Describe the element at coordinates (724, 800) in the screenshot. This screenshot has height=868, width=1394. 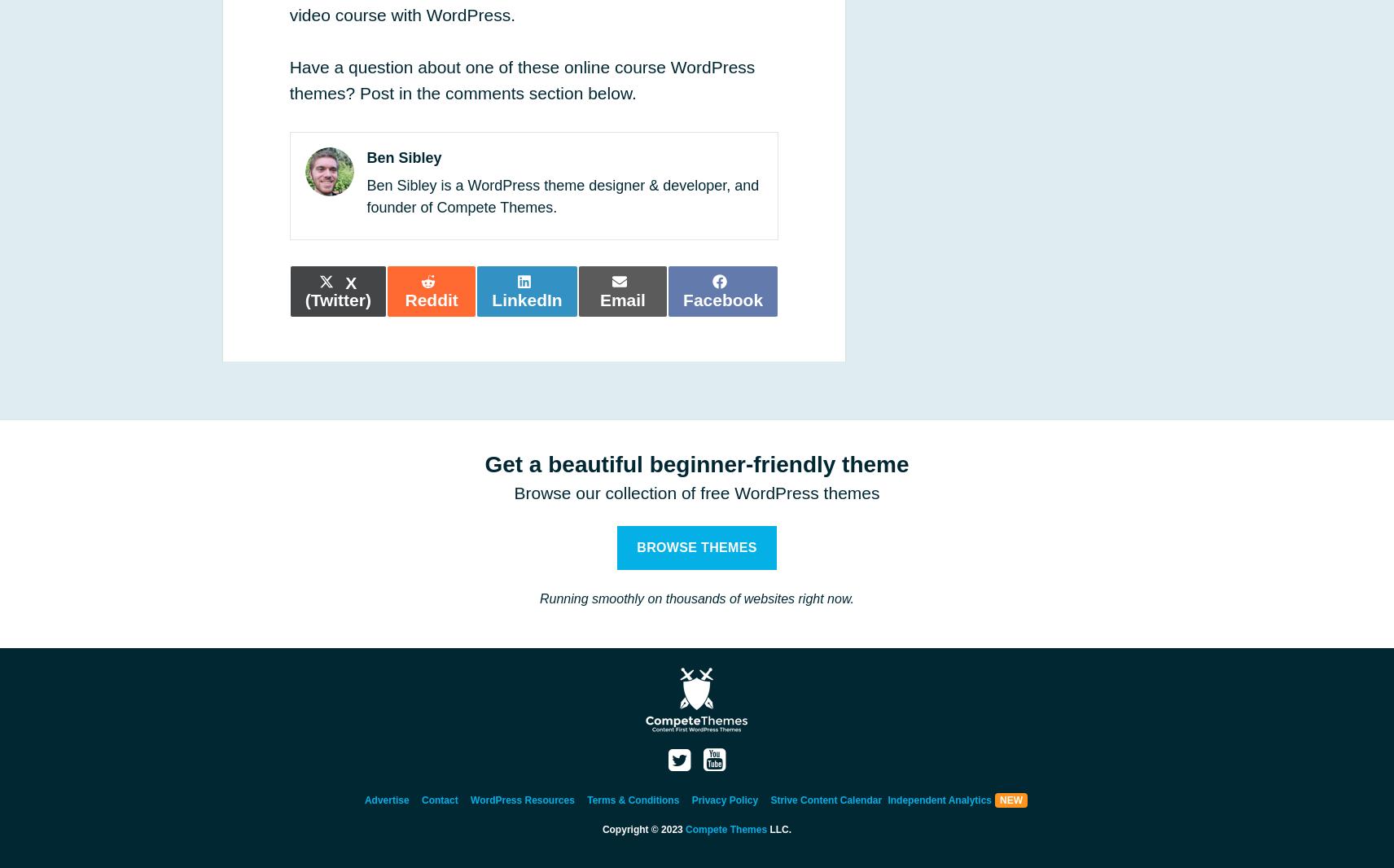
I see `'Privacy Policy'` at that location.